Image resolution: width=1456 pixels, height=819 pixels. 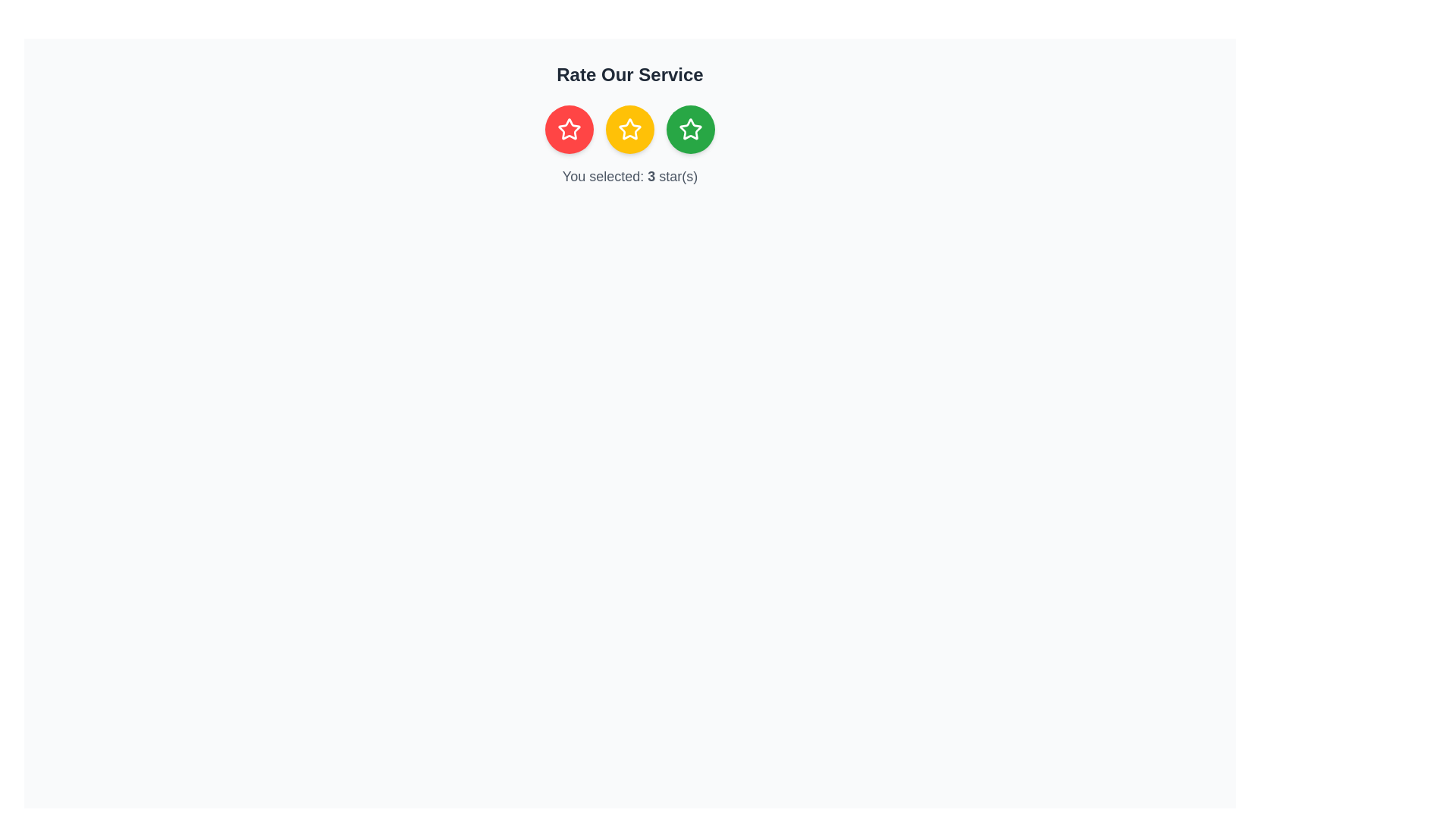 I want to click on the circular yellow button with a white star icon, so click(x=629, y=128).